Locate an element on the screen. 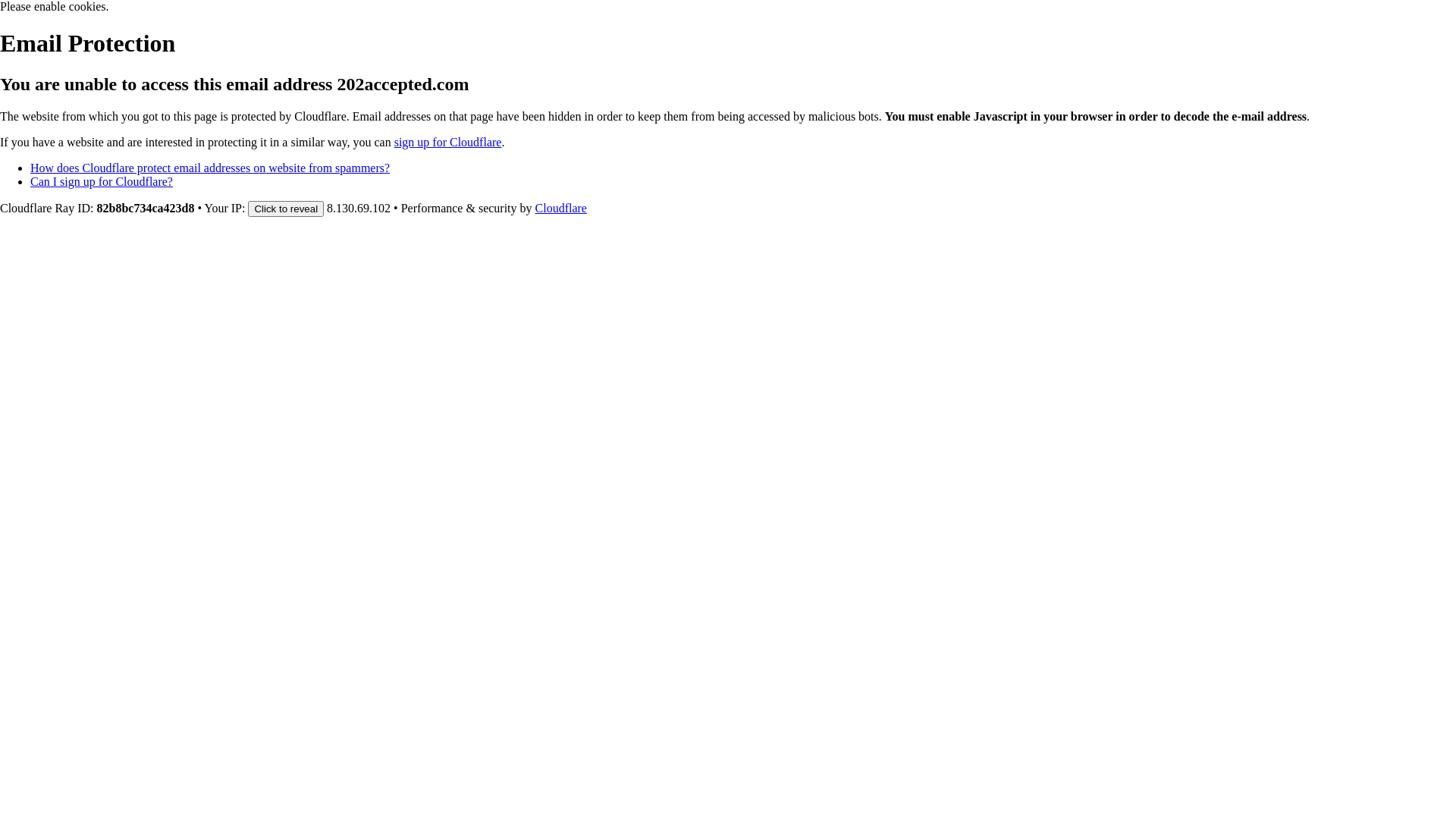 The image size is (1456, 819). 'Can I sign up for Cloudflare?' is located at coordinates (30, 180).